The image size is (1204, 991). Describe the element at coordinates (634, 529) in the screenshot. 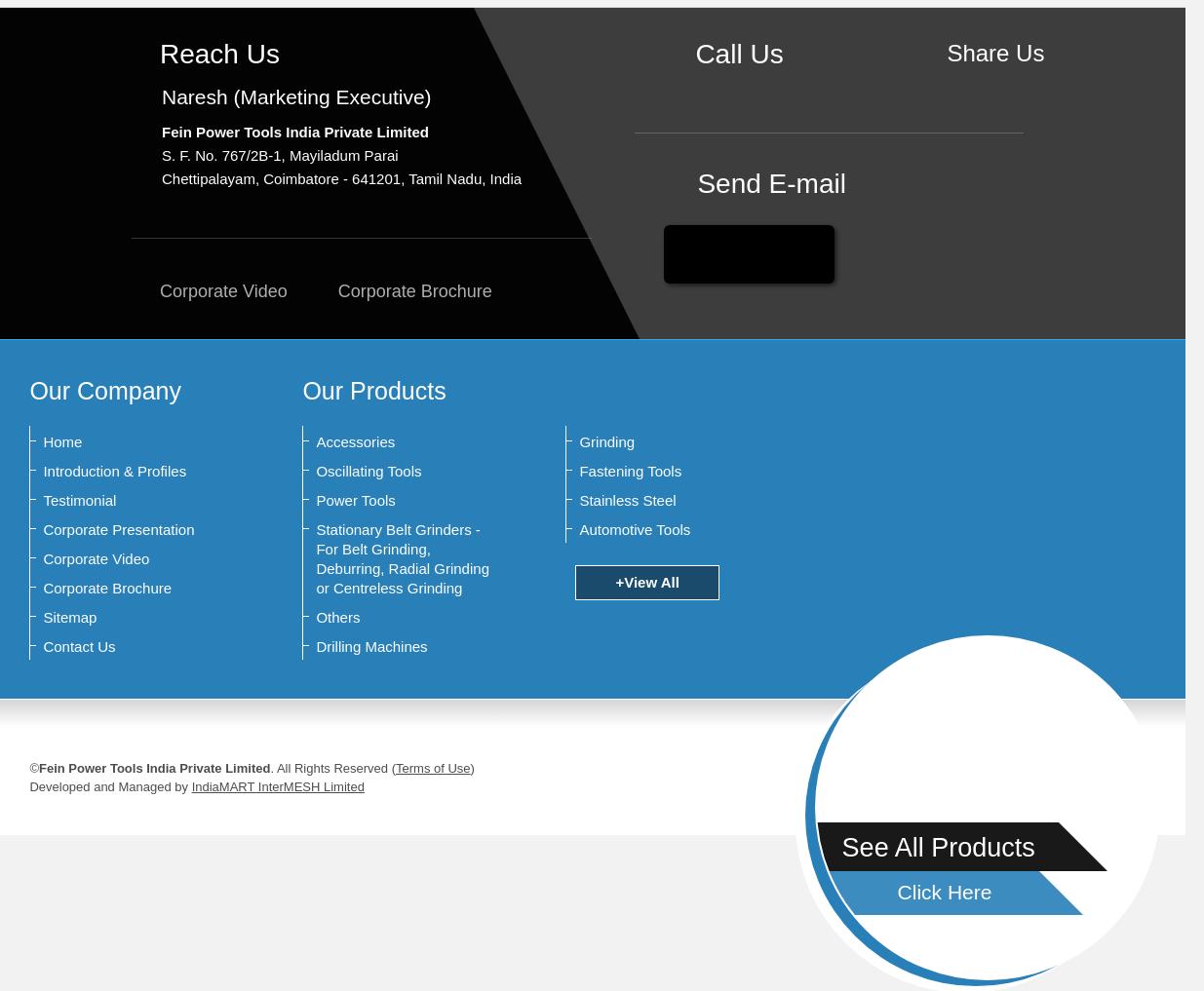

I see `'Automotive Tools'` at that location.